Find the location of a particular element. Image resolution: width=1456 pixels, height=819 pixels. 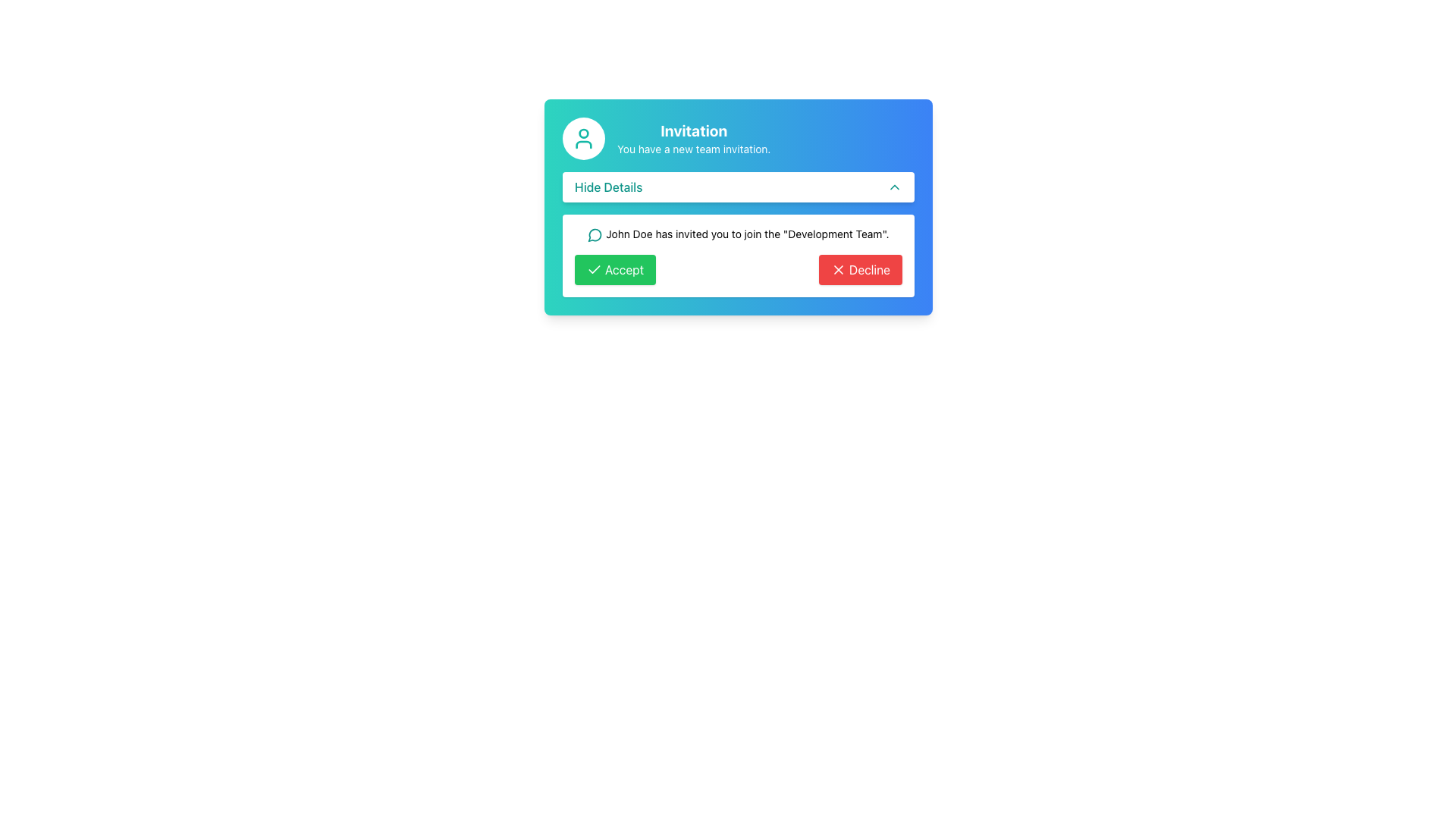

the approval icon located inside the green Accept button in the lower section of the dialog box, positioned towards the left side is located at coordinates (593, 268).